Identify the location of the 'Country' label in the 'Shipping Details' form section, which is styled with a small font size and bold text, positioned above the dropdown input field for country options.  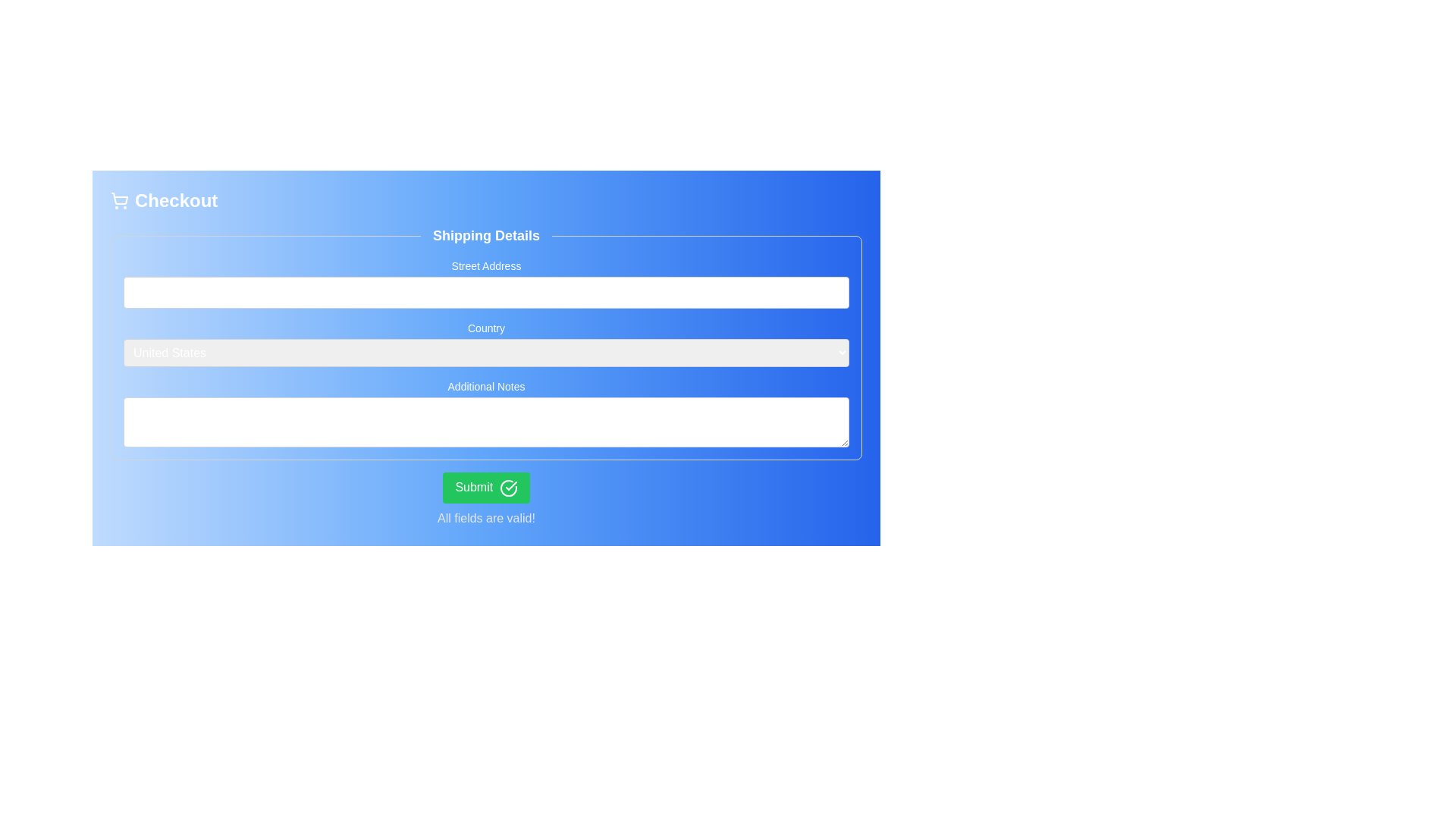
(486, 327).